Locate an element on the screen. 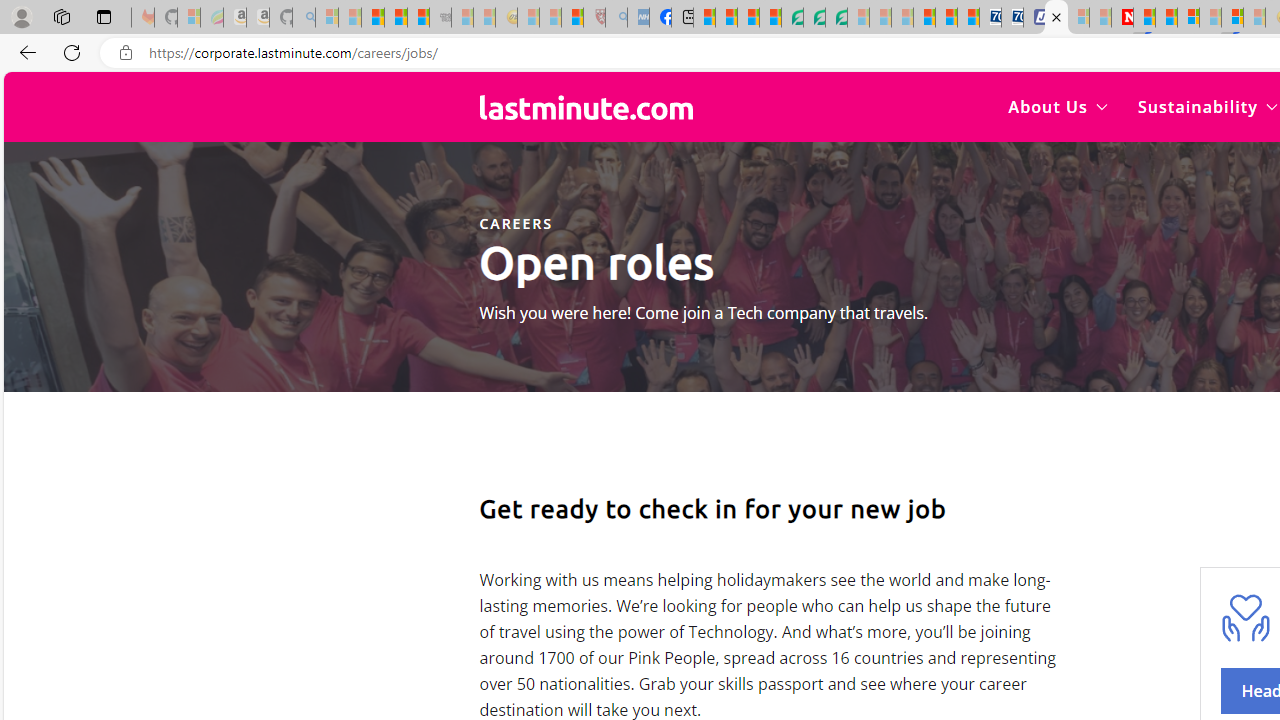 This screenshot has height=720, width=1280. 'CAREERS' is located at coordinates (515, 223).